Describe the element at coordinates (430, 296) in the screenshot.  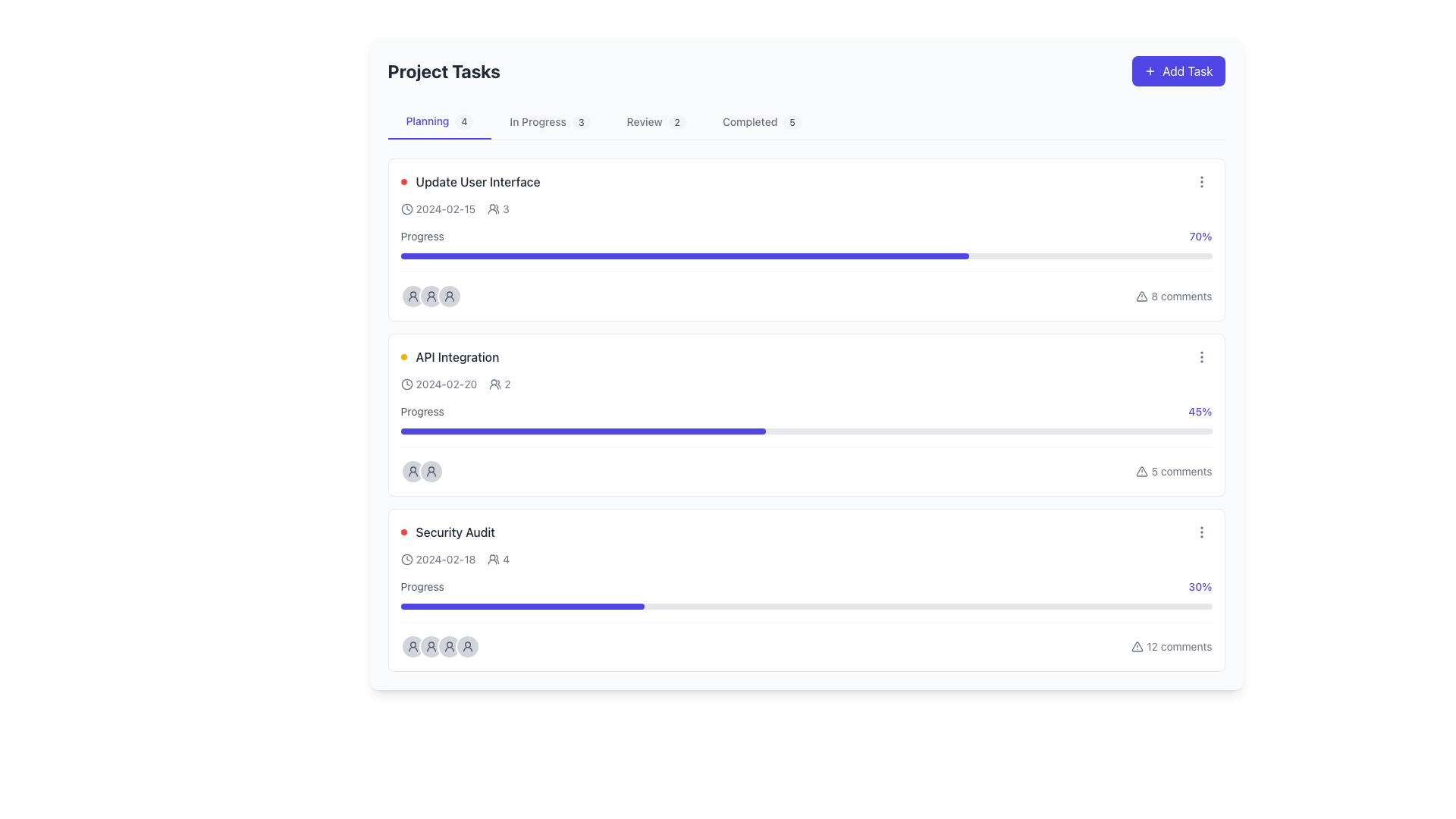
I see `the Profile Picture Icon located at the center of three profile pictures` at that location.